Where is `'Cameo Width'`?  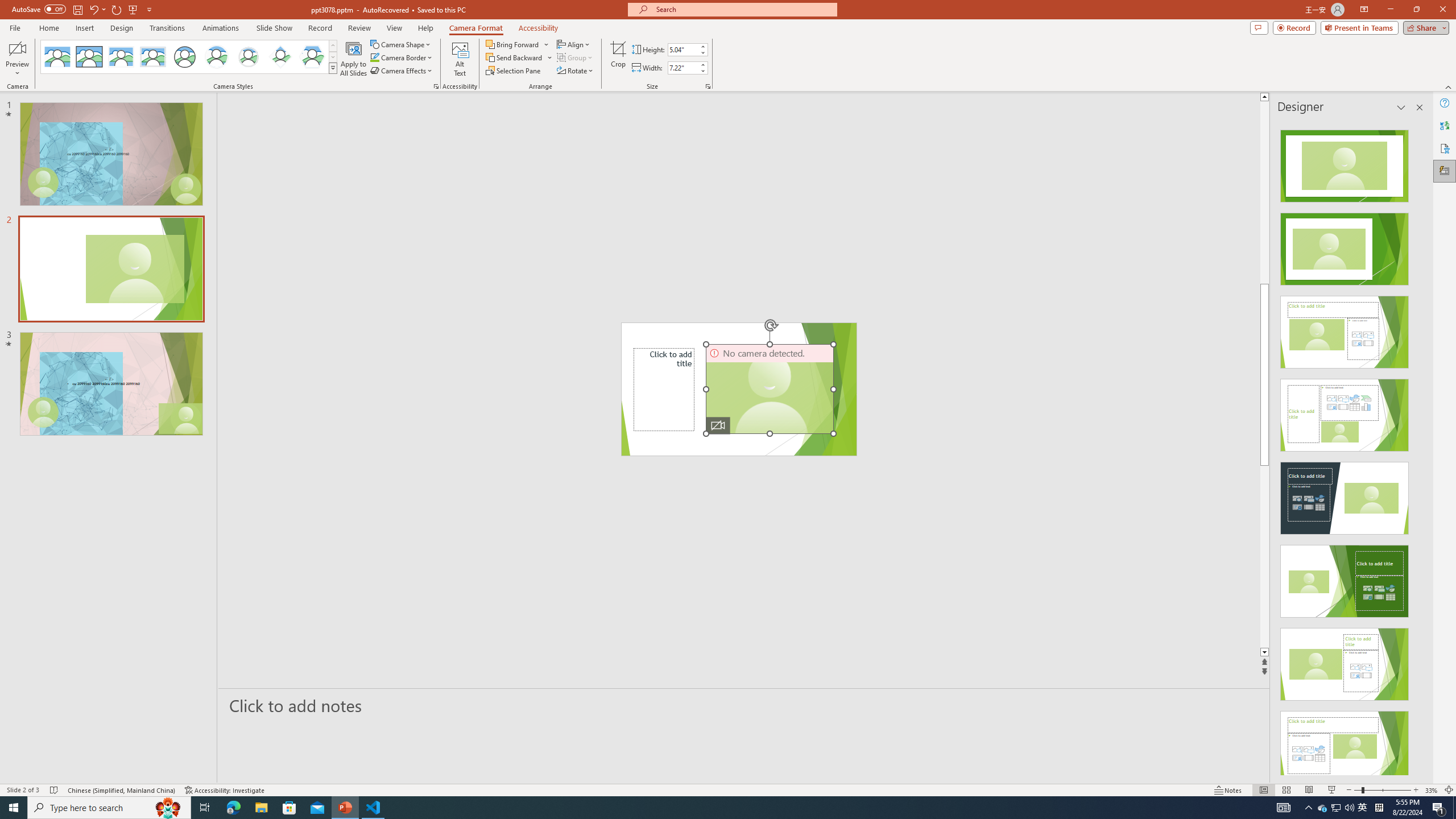
'Cameo Width' is located at coordinates (682, 67).